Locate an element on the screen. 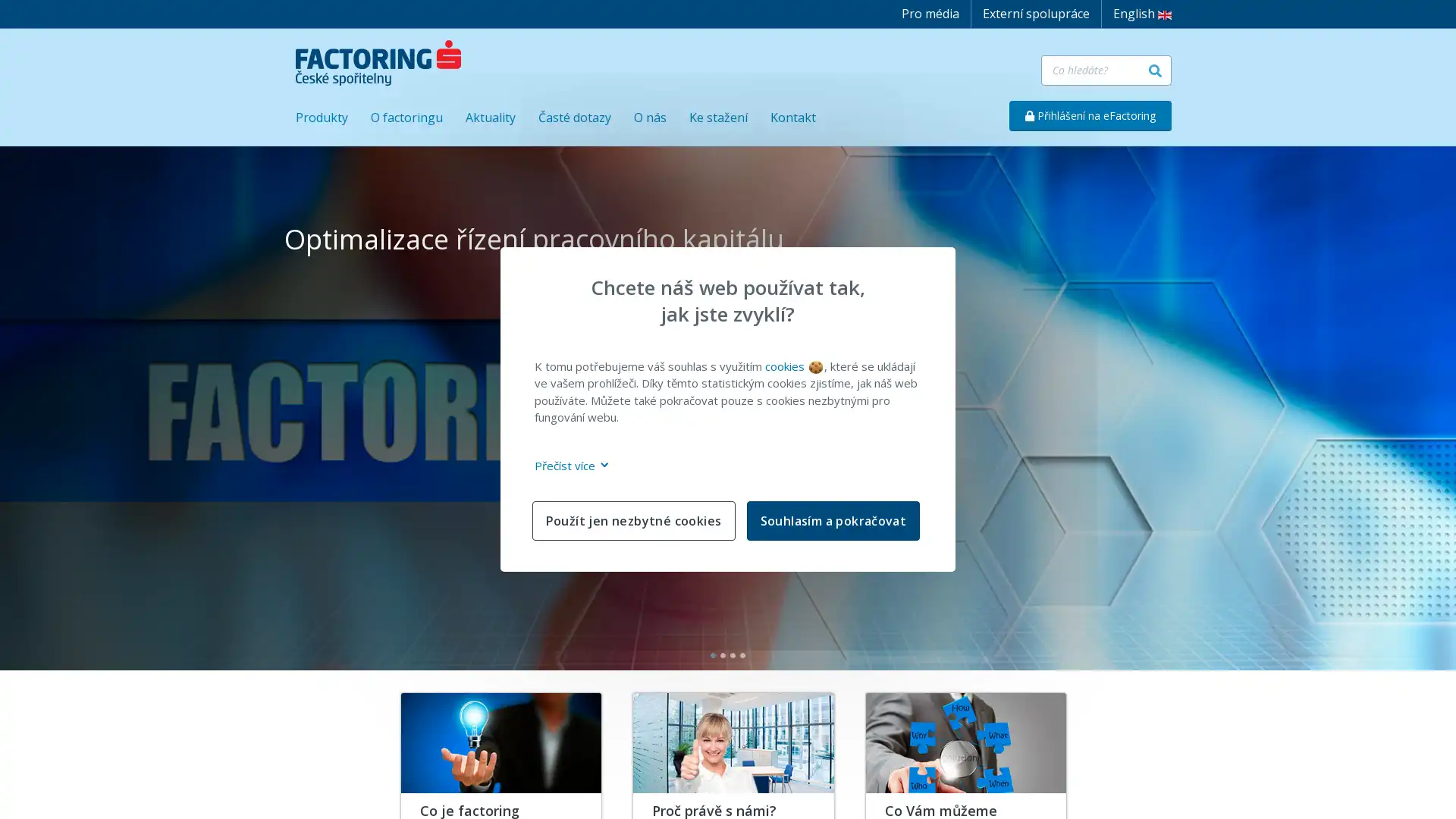 The height and width of the screenshot is (819, 1456). Souhlasim a pokracovat is located at coordinates (832, 519).